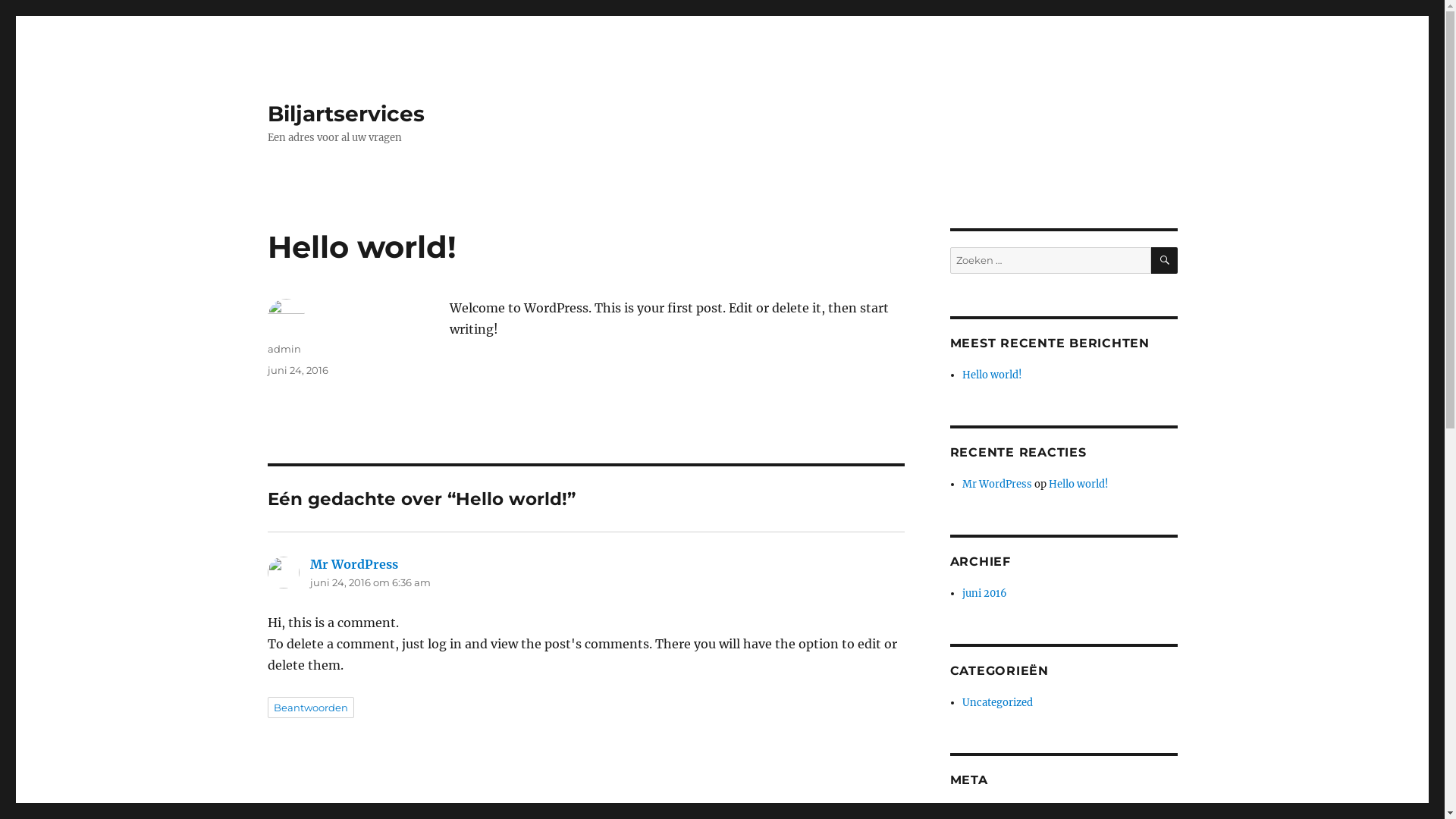  I want to click on 'ZOEKEN', so click(1163, 259).